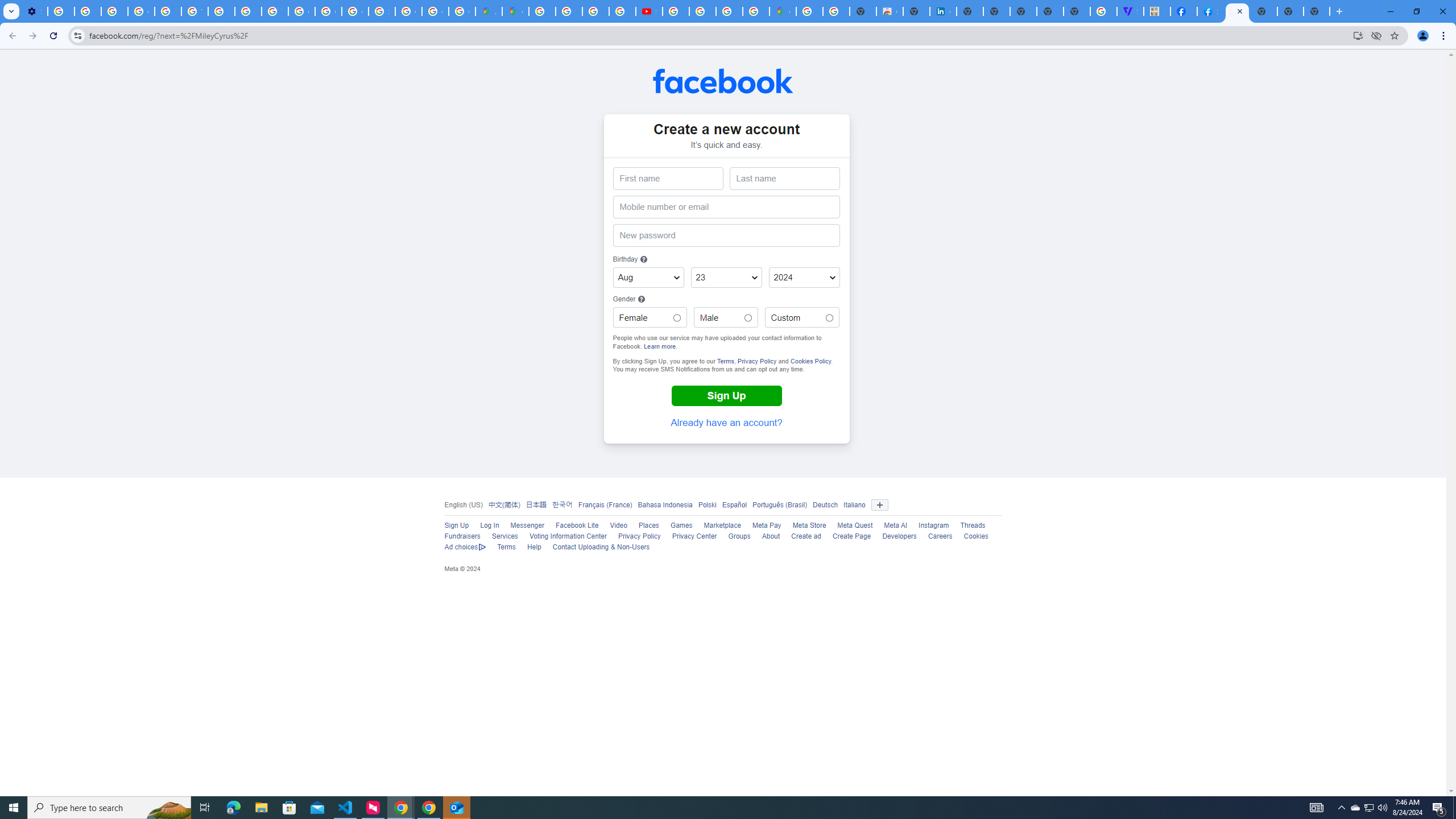 The height and width of the screenshot is (819, 1456). What do you see at coordinates (972, 525) in the screenshot?
I see `'Threads'` at bounding box center [972, 525].